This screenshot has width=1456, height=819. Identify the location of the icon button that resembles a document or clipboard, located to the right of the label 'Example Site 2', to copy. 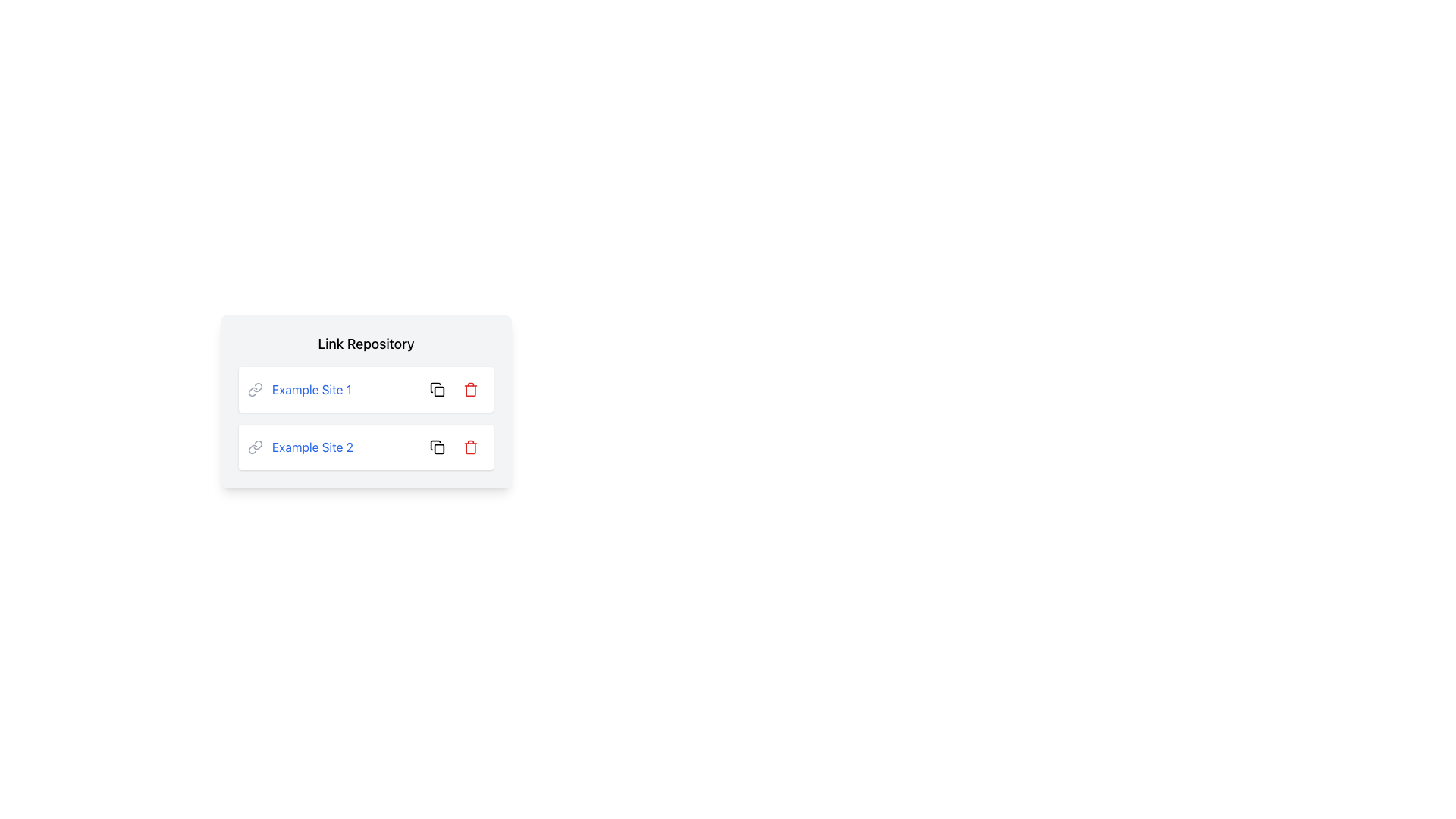
(435, 444).